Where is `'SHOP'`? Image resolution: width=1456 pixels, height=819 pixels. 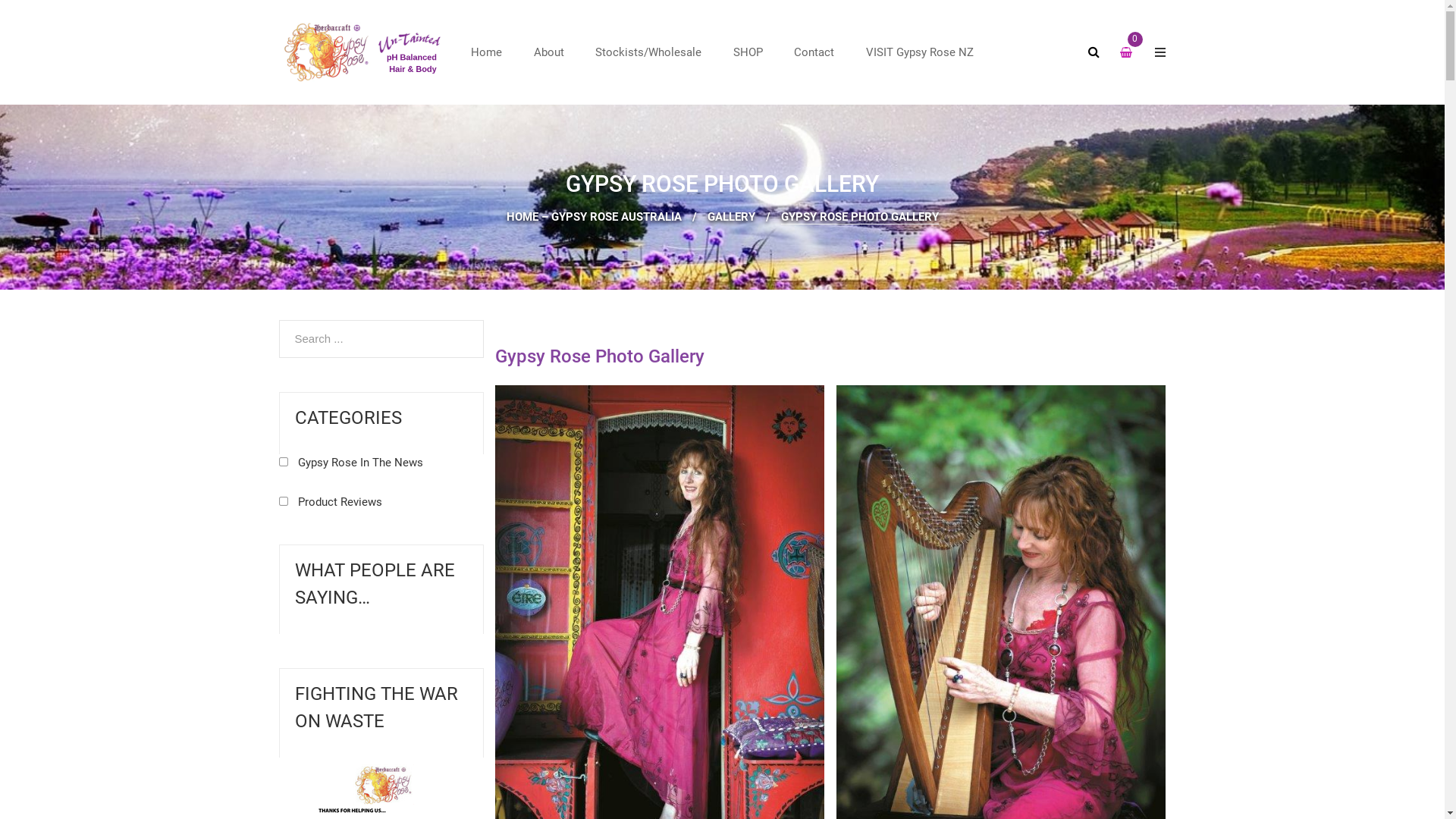 'SHOP' is located at coordinates (748, 52).